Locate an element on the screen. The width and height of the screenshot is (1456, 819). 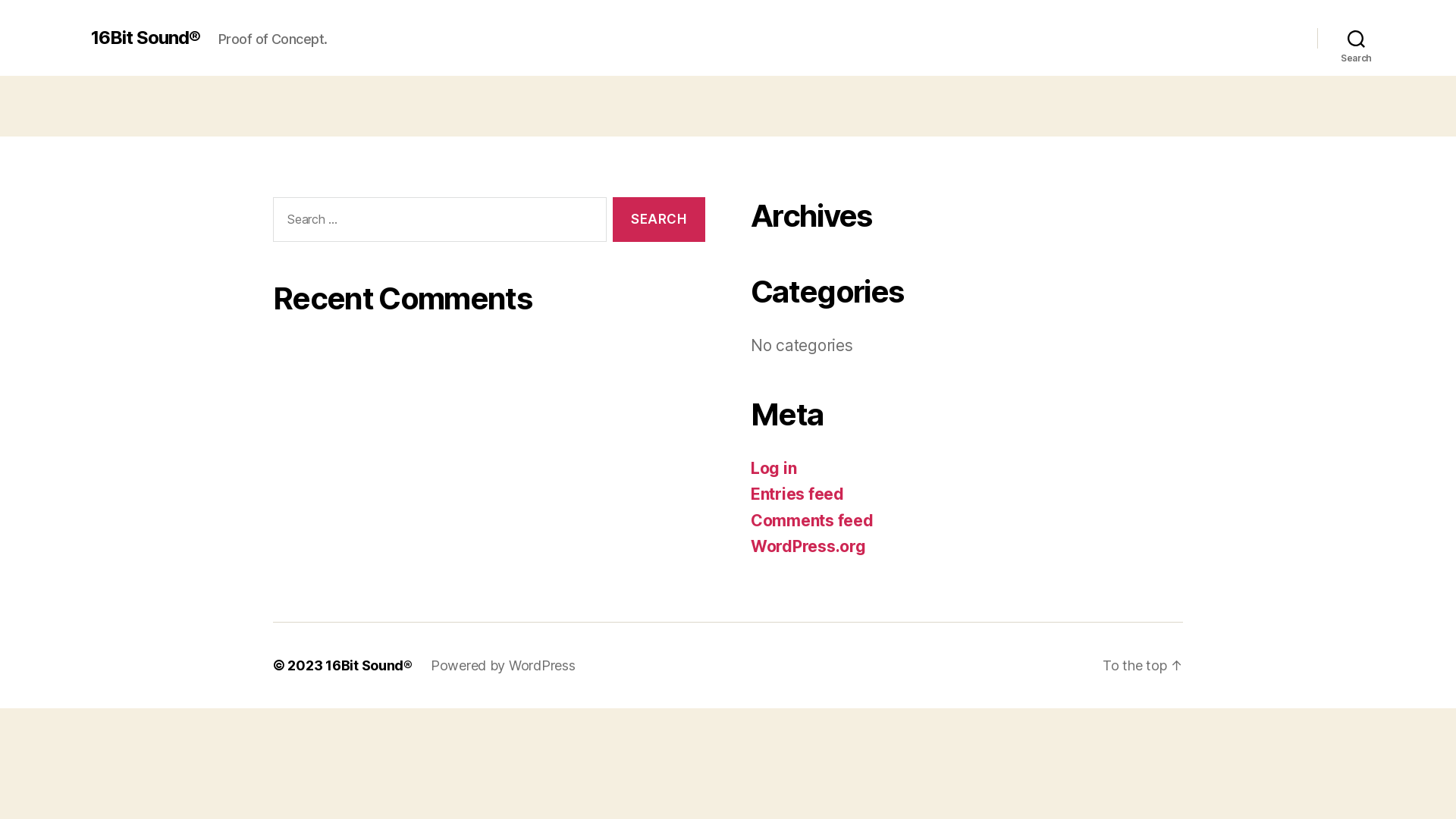
'Powered by WordPress' is located at coordinates (503, 664).